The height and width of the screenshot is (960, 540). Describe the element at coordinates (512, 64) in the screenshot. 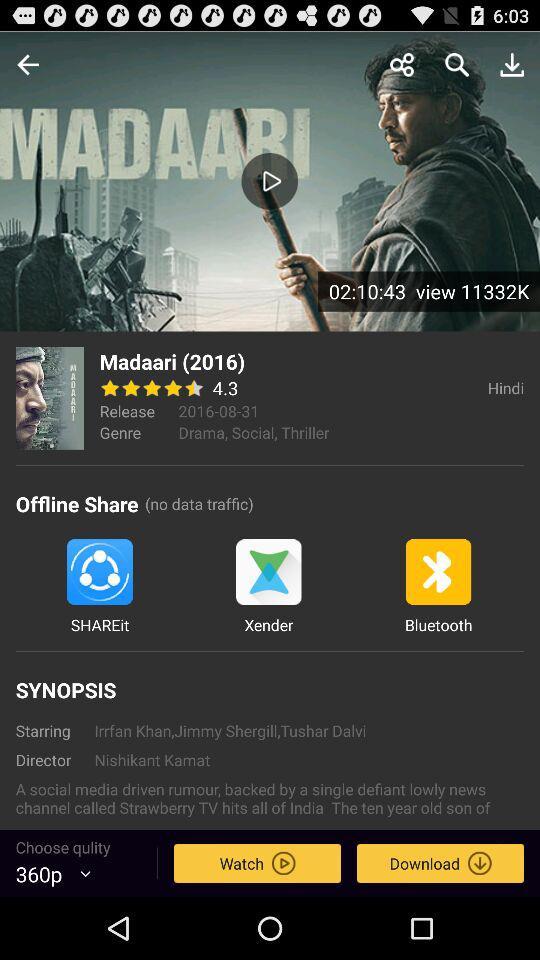

I see `download button right to search symbol` at that location.